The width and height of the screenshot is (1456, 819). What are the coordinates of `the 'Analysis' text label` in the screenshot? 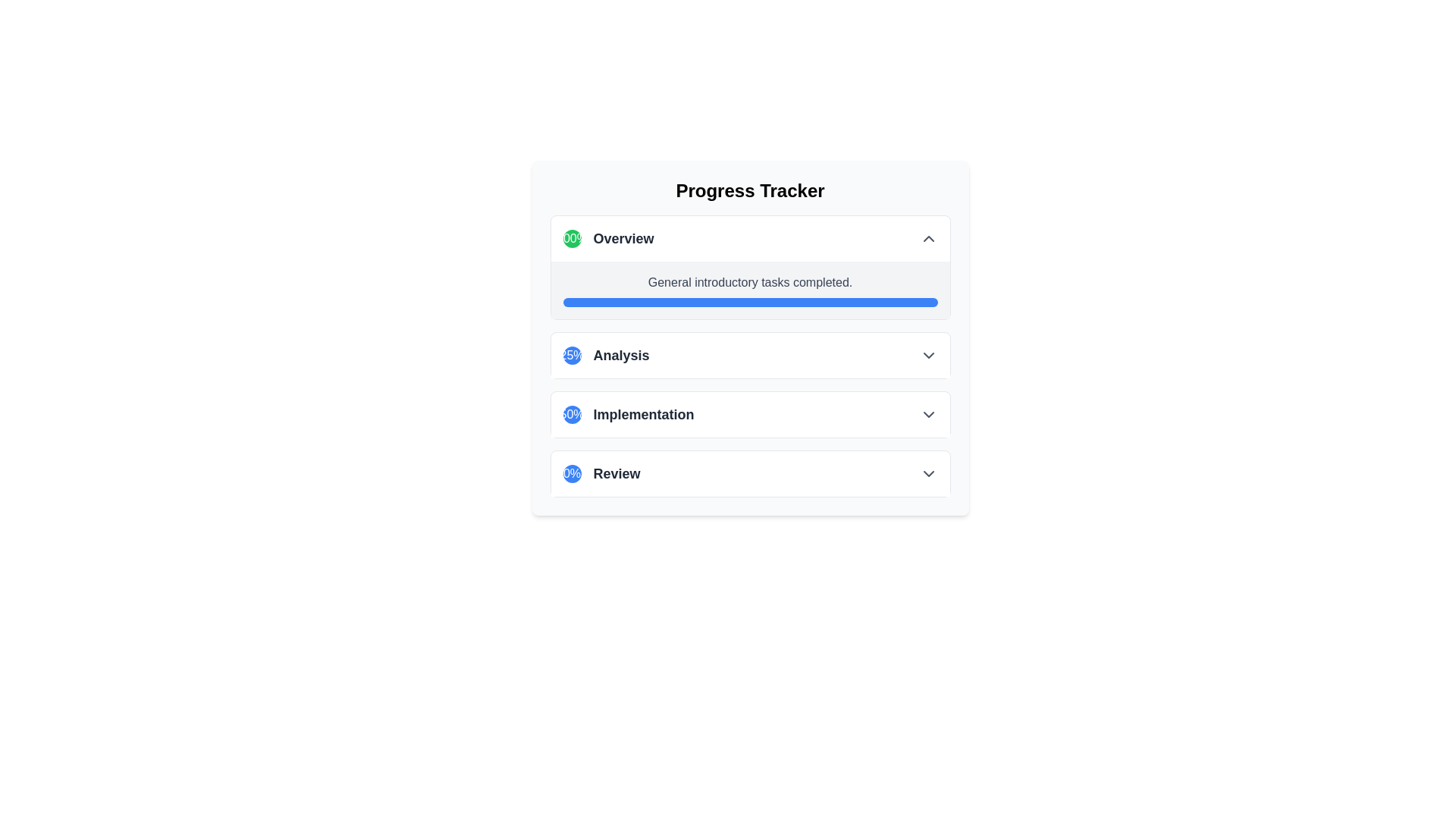 It's located at (621, 356).